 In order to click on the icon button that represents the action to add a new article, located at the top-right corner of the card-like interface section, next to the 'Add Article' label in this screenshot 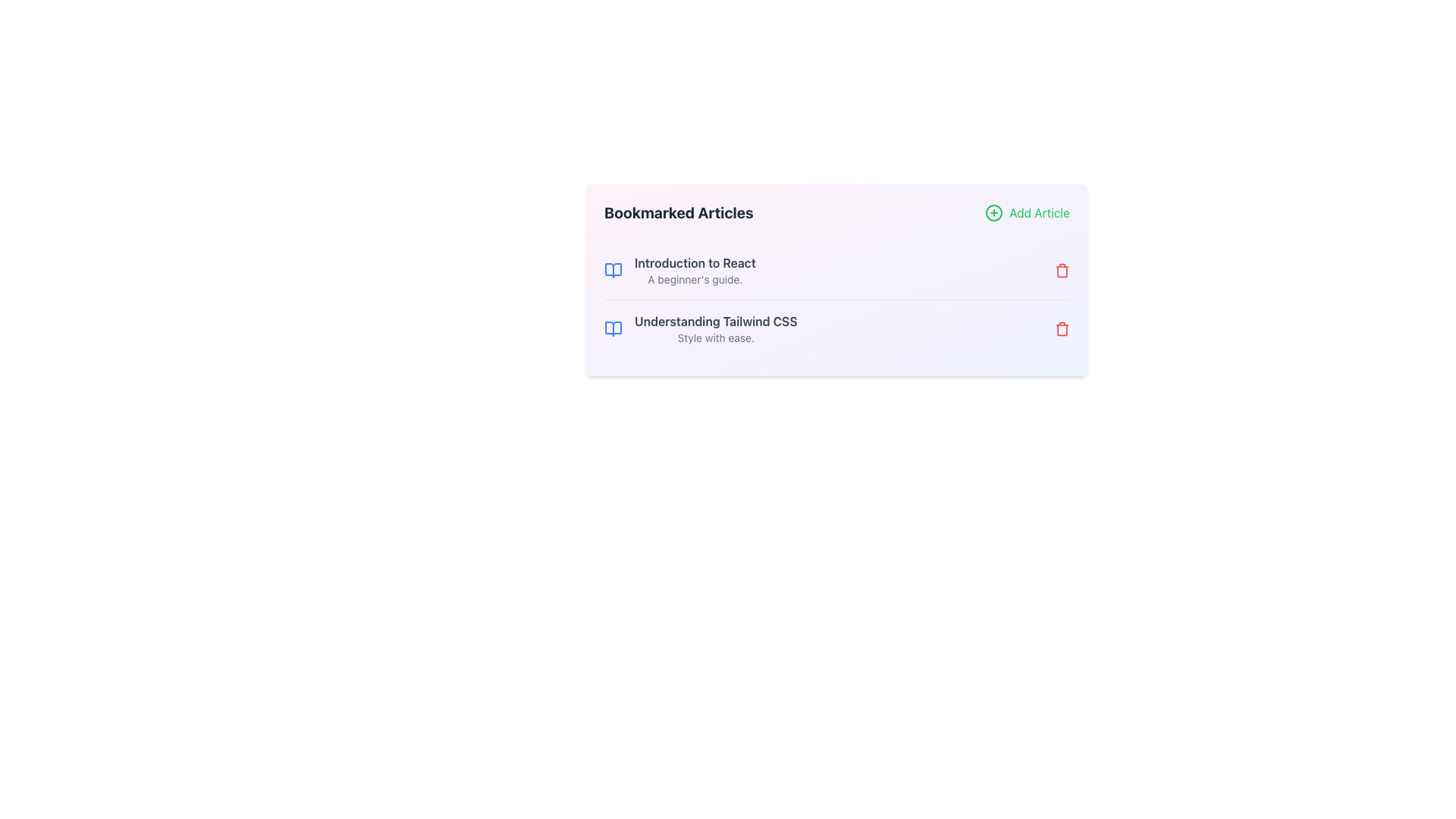, I will do `click(993, 213)`.